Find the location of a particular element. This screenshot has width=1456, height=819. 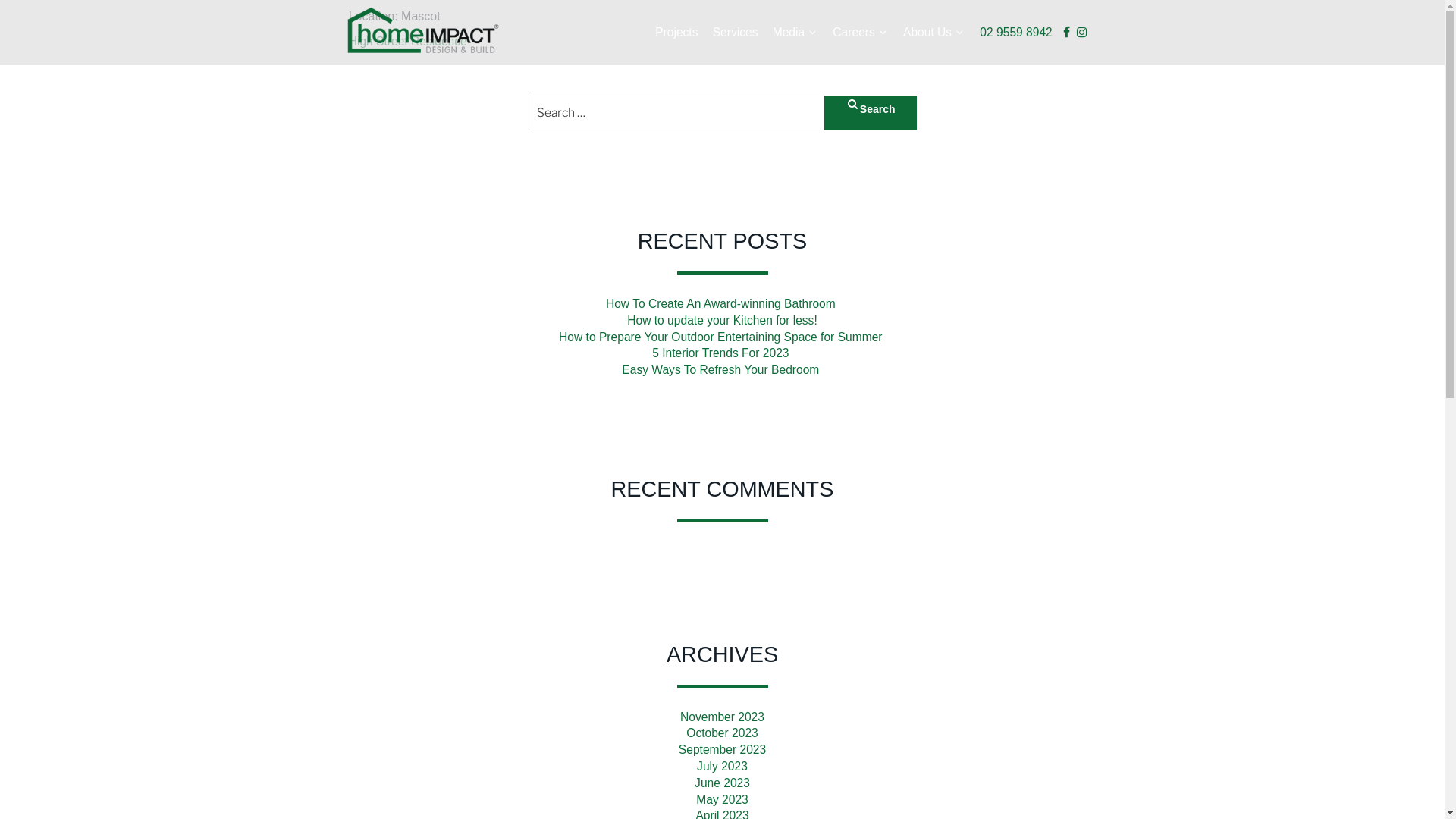

'Careers' is located at coordinates (860, 32).